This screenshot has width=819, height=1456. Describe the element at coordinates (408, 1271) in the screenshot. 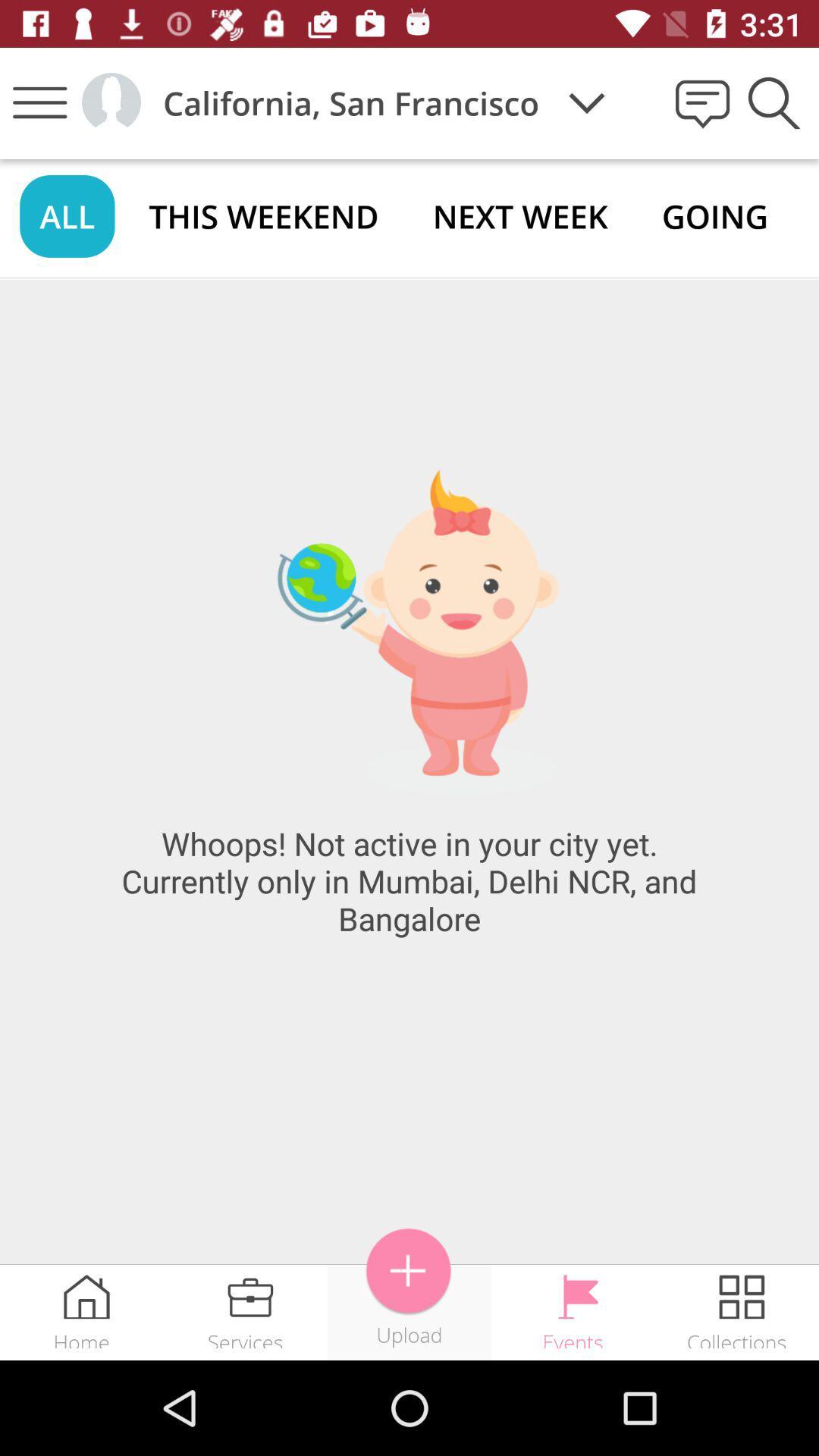

I see `the add icon` at that location.